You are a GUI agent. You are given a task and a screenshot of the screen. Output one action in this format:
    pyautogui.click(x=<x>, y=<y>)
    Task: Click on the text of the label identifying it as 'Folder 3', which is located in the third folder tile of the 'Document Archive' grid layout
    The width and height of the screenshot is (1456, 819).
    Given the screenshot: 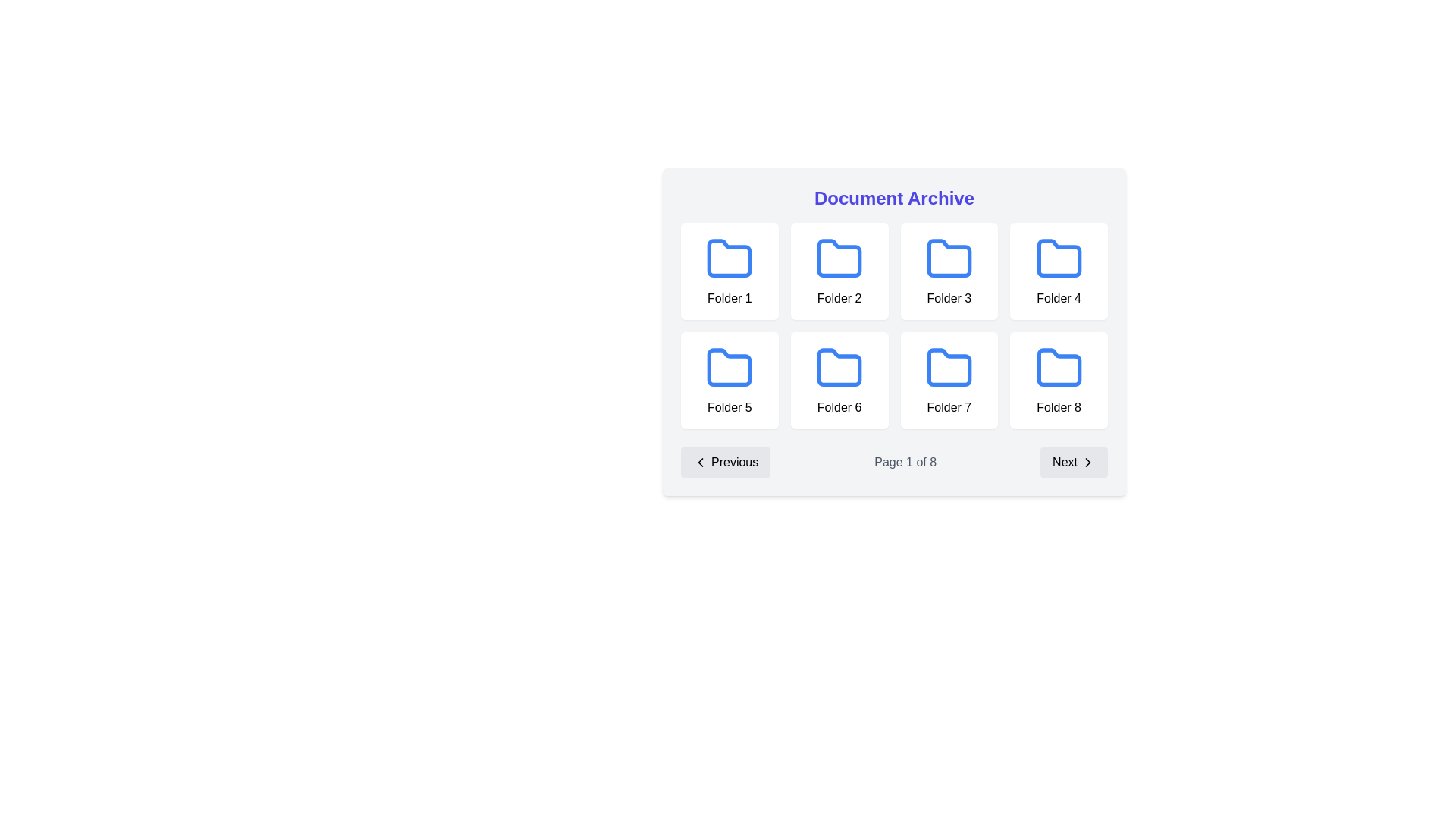 What is the action you would take?
    pyautogui.click(x=948, y=298)
    